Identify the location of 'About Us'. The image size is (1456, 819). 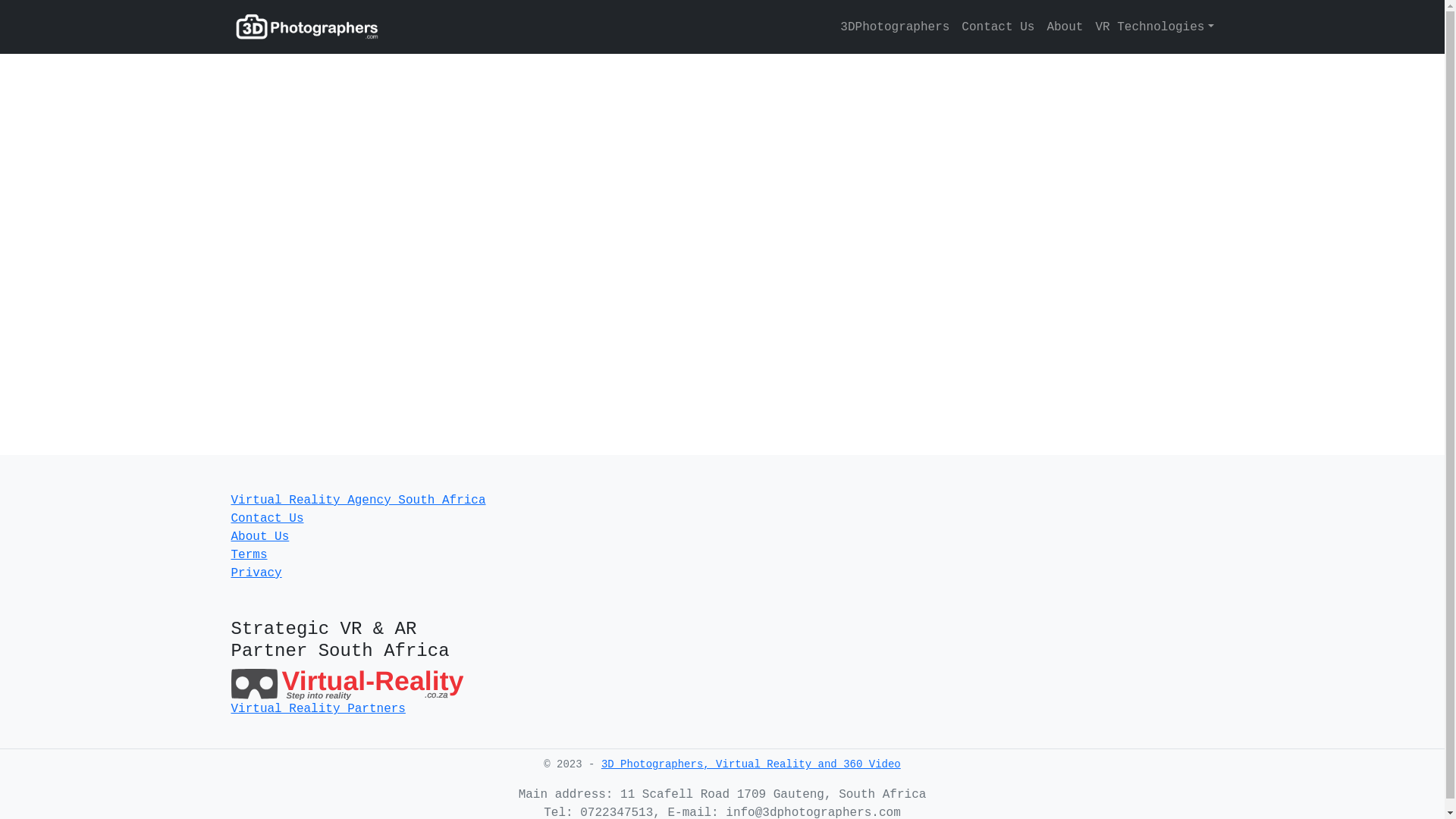
(259, 536).